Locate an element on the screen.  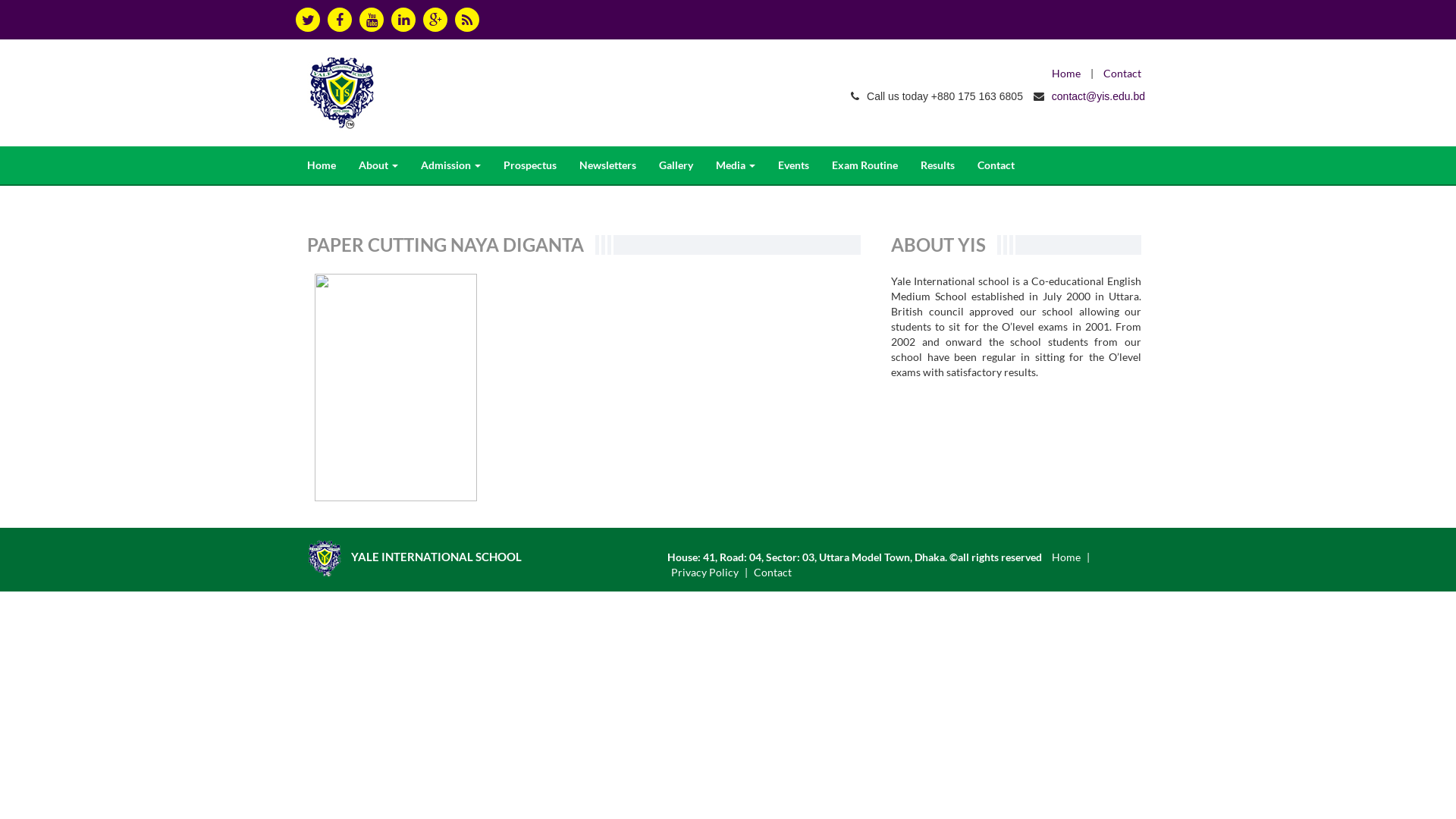
'Contact' is located at coordinates (772, 572).